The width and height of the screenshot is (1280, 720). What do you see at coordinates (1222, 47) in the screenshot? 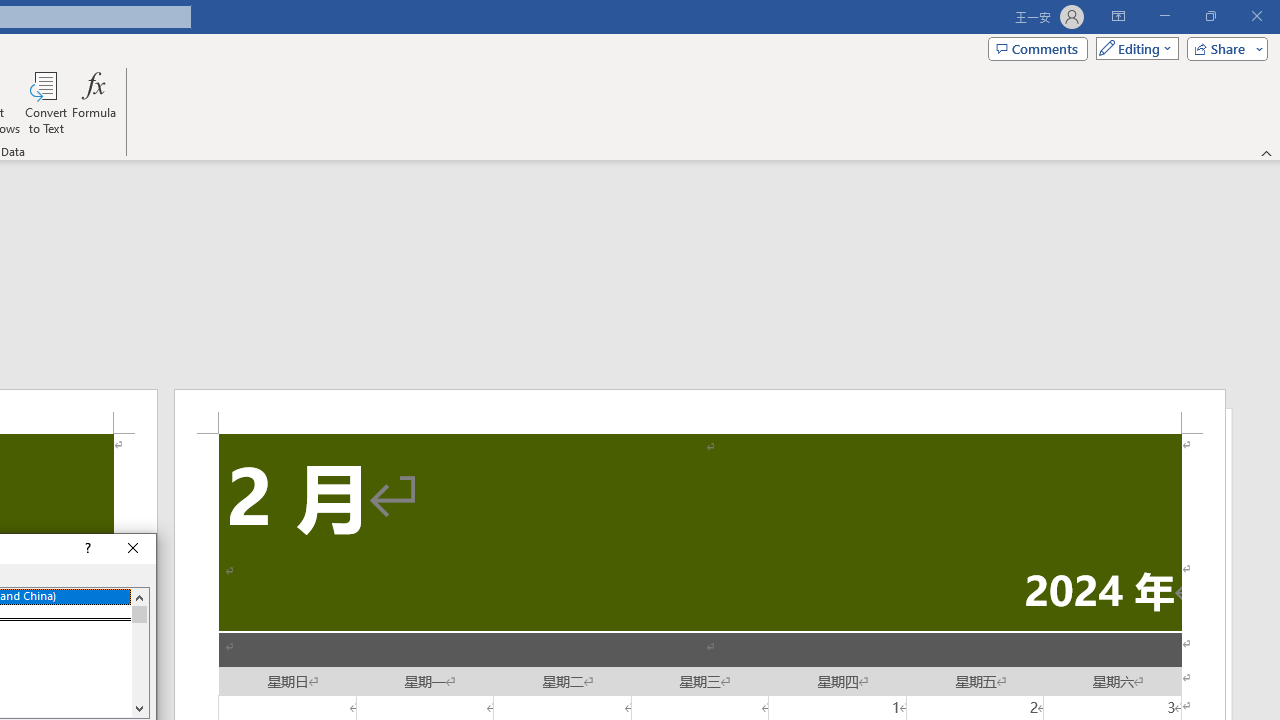
I see `'Share'` at bounding box center [1222, 47].